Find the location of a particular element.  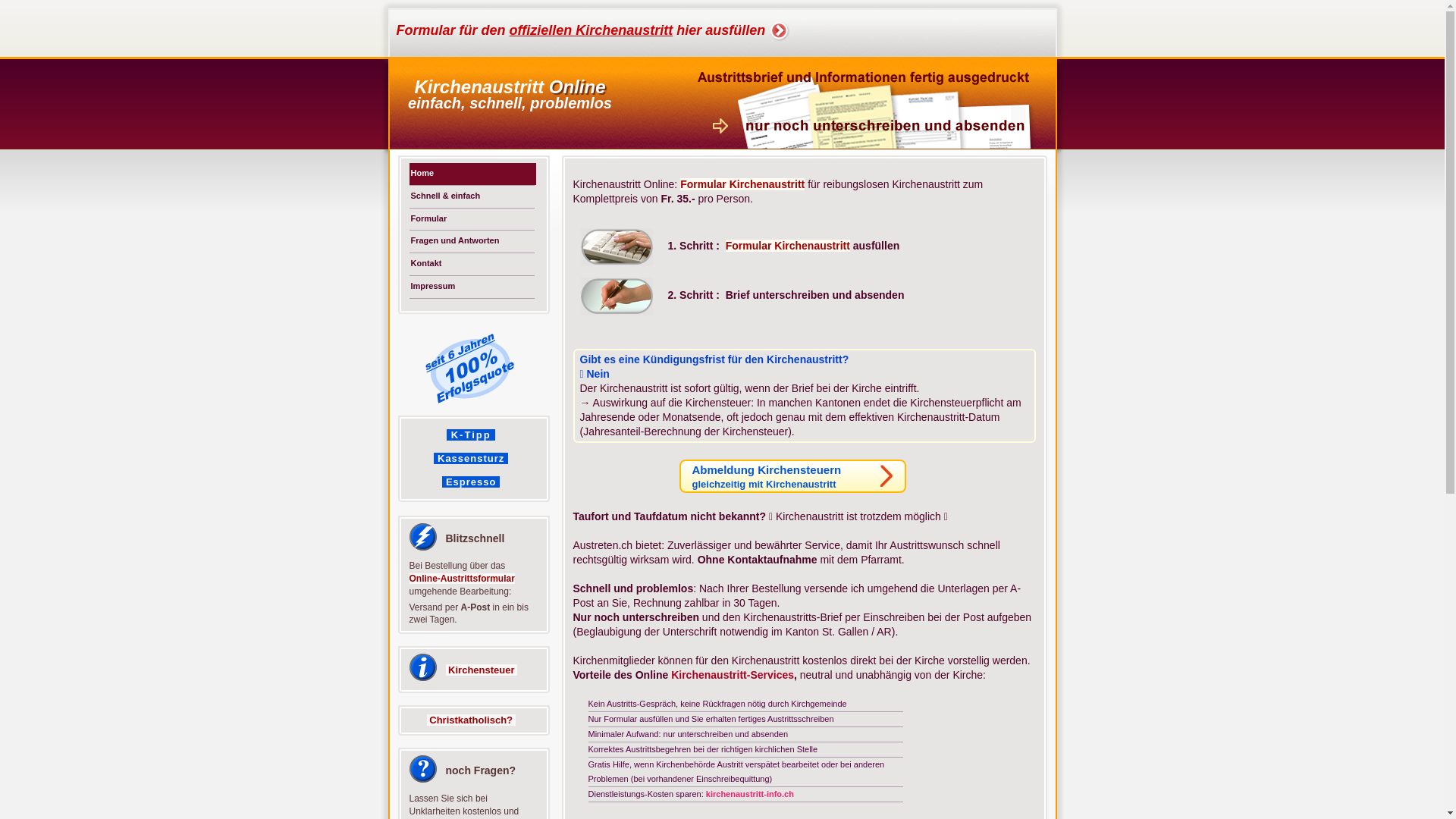

' Kassensturz ' is located at coordinates (432, 457).